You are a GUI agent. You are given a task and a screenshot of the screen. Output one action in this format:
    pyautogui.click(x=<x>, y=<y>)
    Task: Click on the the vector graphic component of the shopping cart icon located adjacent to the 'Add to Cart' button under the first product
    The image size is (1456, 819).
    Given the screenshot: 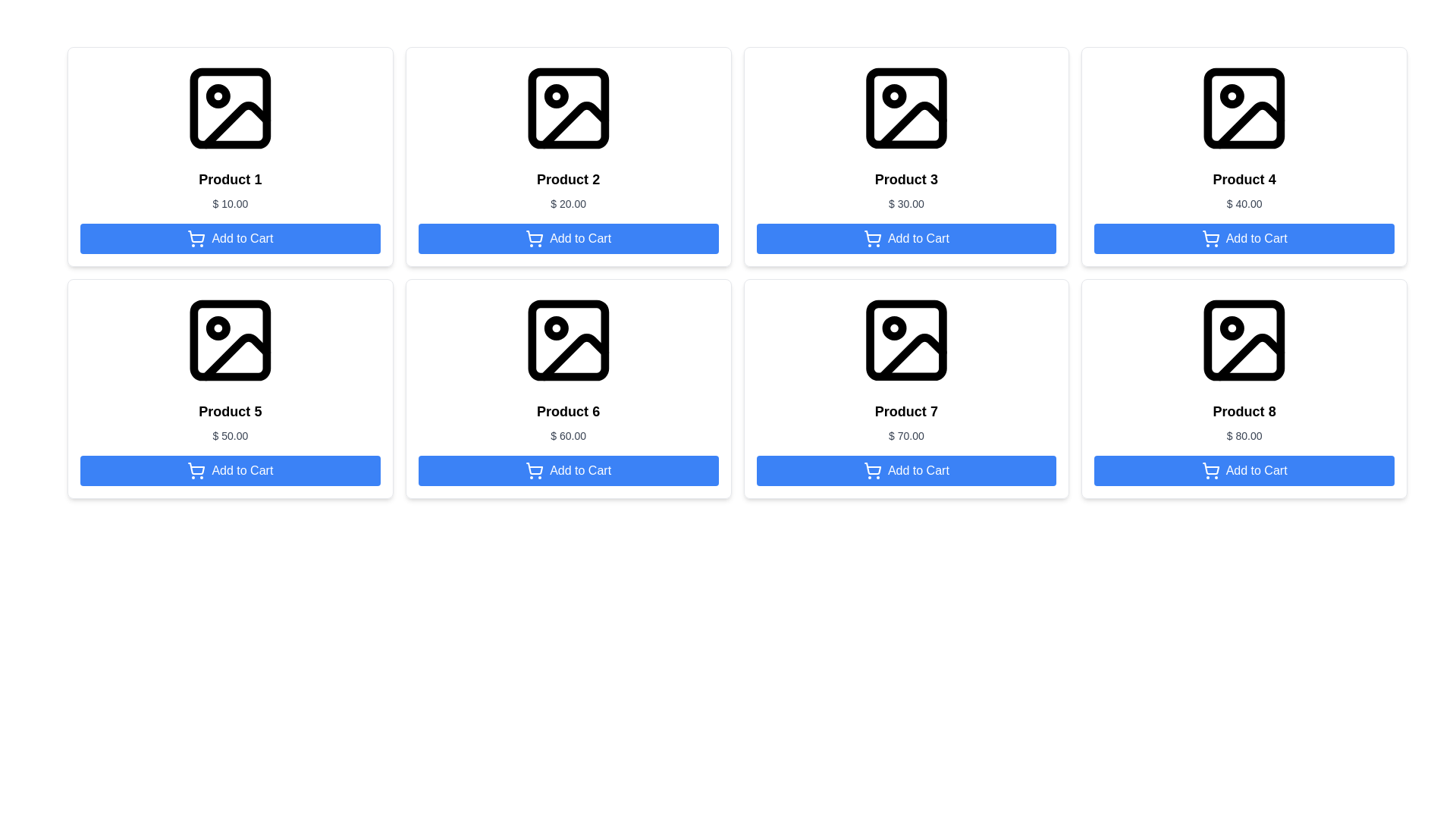 What is the action you would take?
    pyautogui.click(x=196, y=237)
    